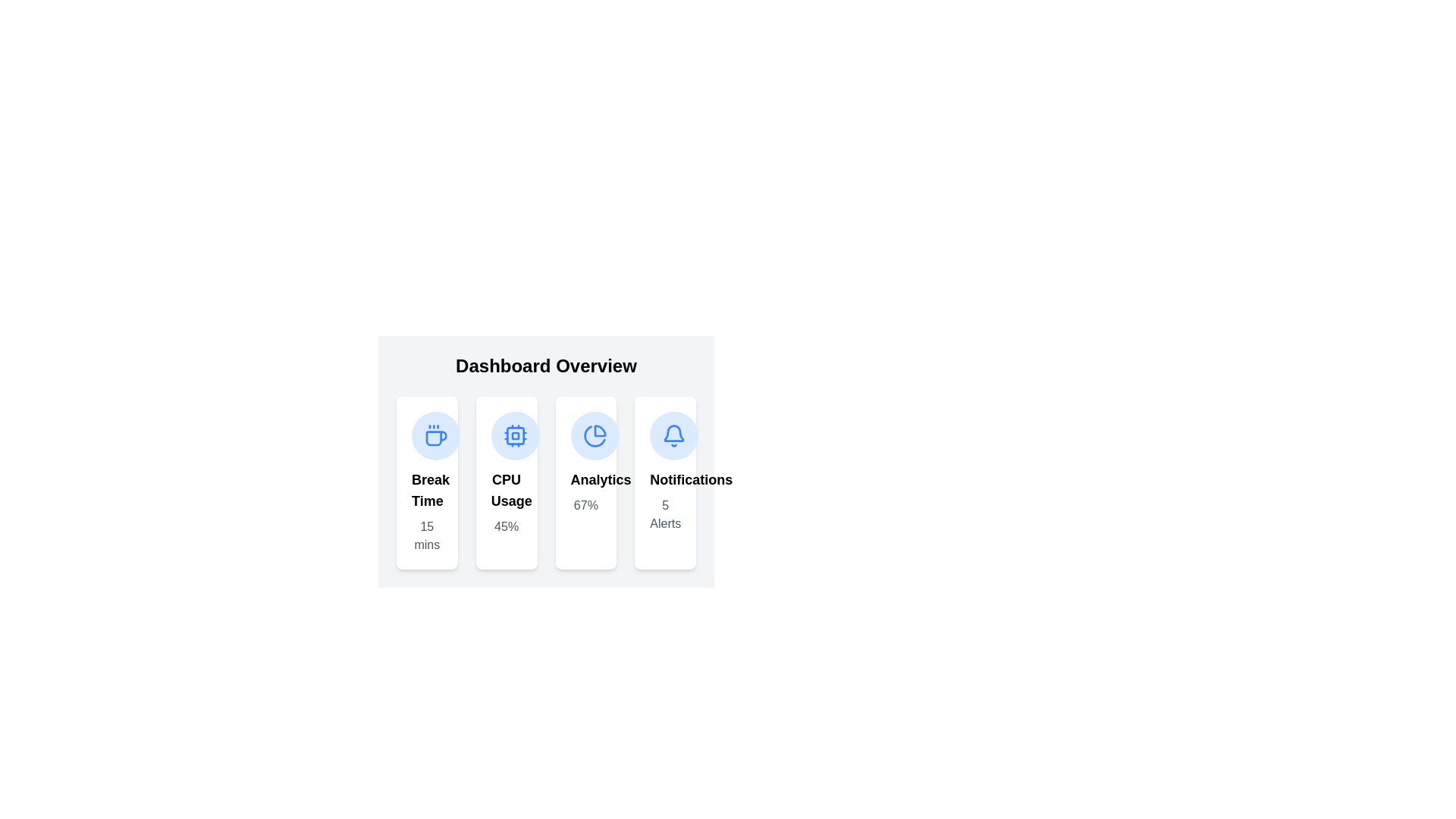 This screenshot has width=1456, height=819. What do you see at coordinates (507, 503) in the screenshot?
I see `the 'CPU Usage' text display element which shows '45%' within a white card on the dashboard overview` at bounding box center [507, 503].